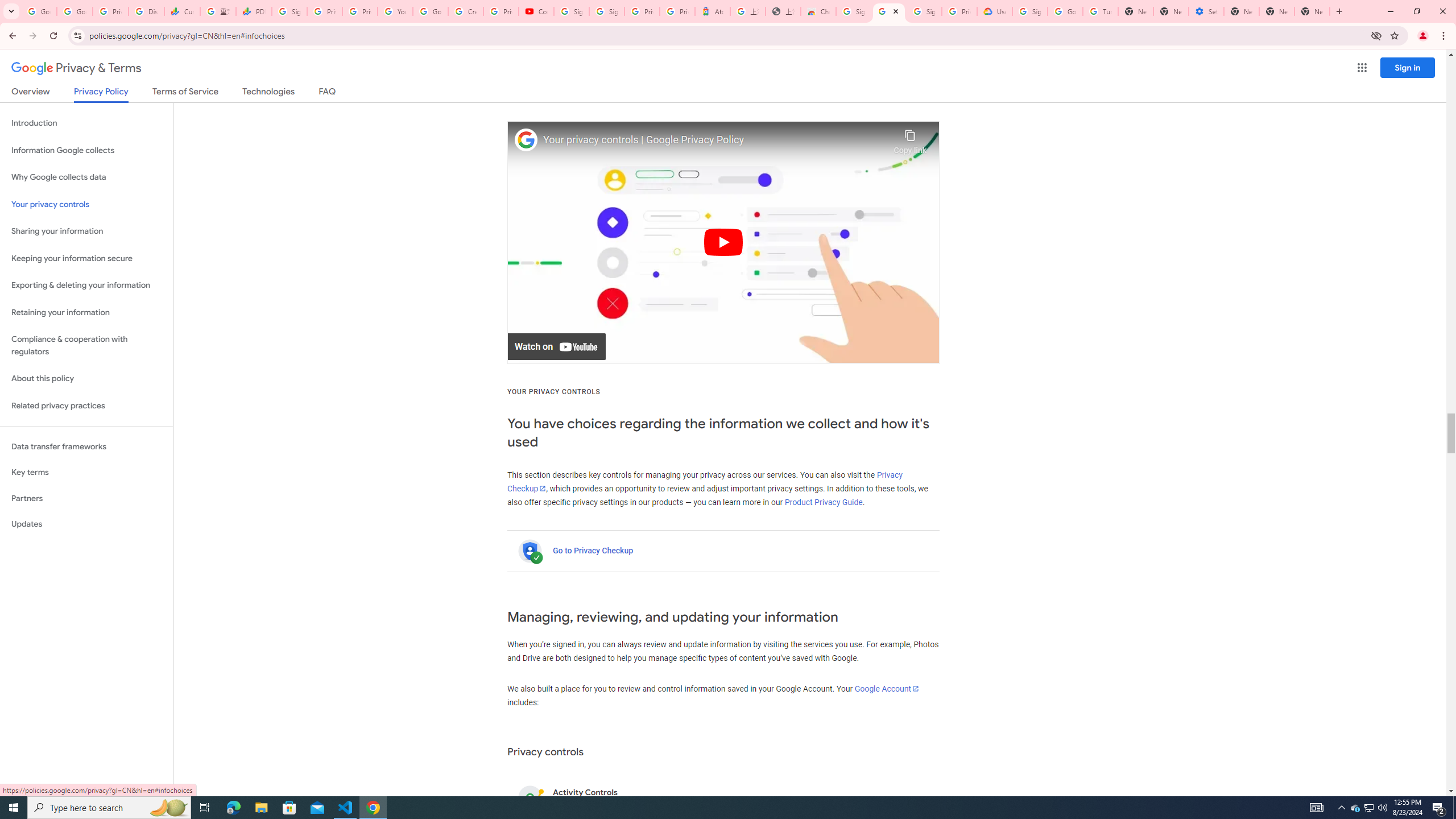  Describe the element at coordinates (253, 11) in the screenshot. I see `'PDD Holdings Inc - ADR (PDD) Price & News - Google Finance'` at that location.